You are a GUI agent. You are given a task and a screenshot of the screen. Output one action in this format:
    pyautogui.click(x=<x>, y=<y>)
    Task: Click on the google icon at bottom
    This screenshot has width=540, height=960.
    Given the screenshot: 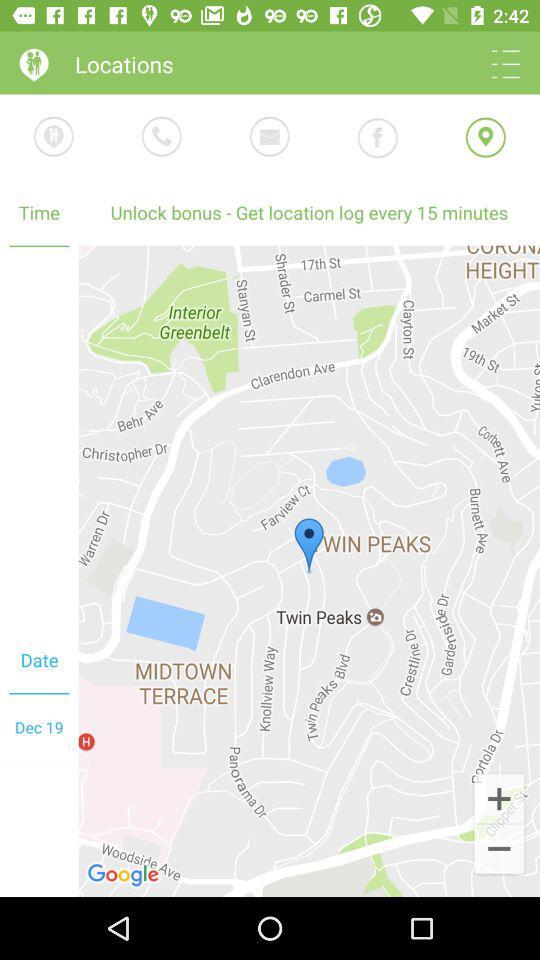 What is the action you would take?
    pyautogui.click(x=125, y=874)
    